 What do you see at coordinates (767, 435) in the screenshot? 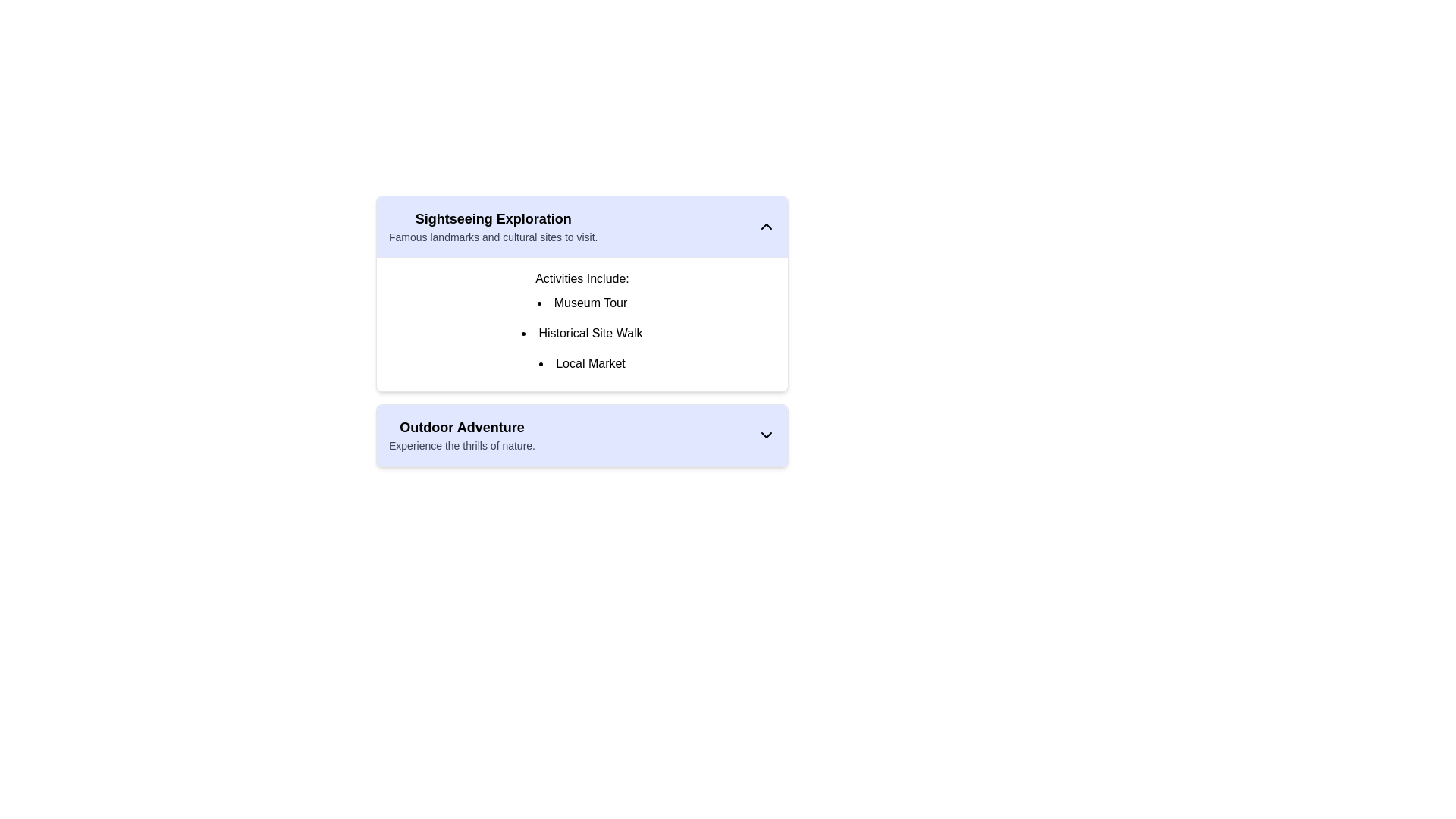
I see `the chevron icon located at the right end of the 'Outdoor Adventure' section` at bounding box center [767, 435].